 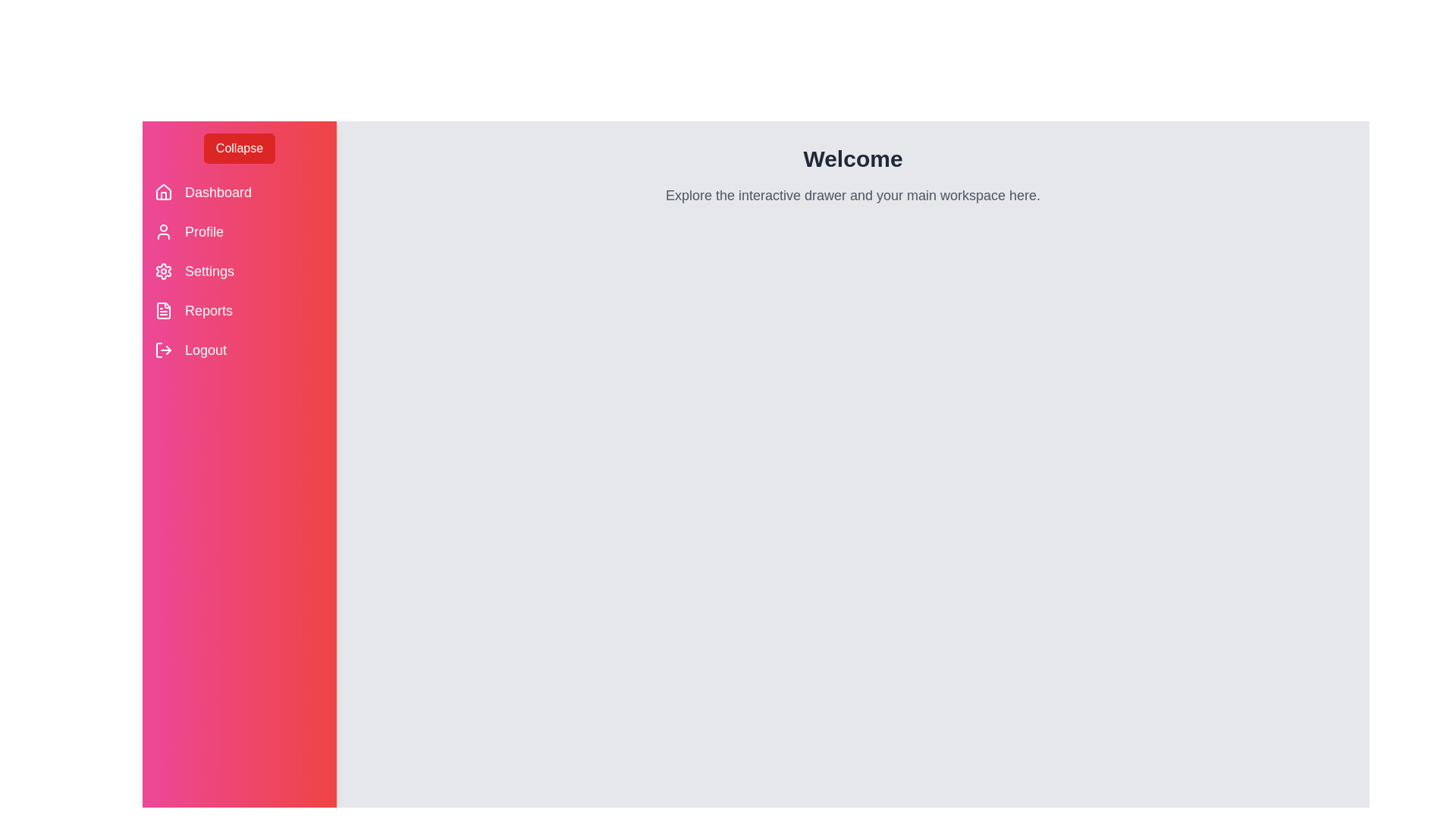 I want to click on the 'Collapse' button to toggle the navigation drawer, so click(x=239, y=149).